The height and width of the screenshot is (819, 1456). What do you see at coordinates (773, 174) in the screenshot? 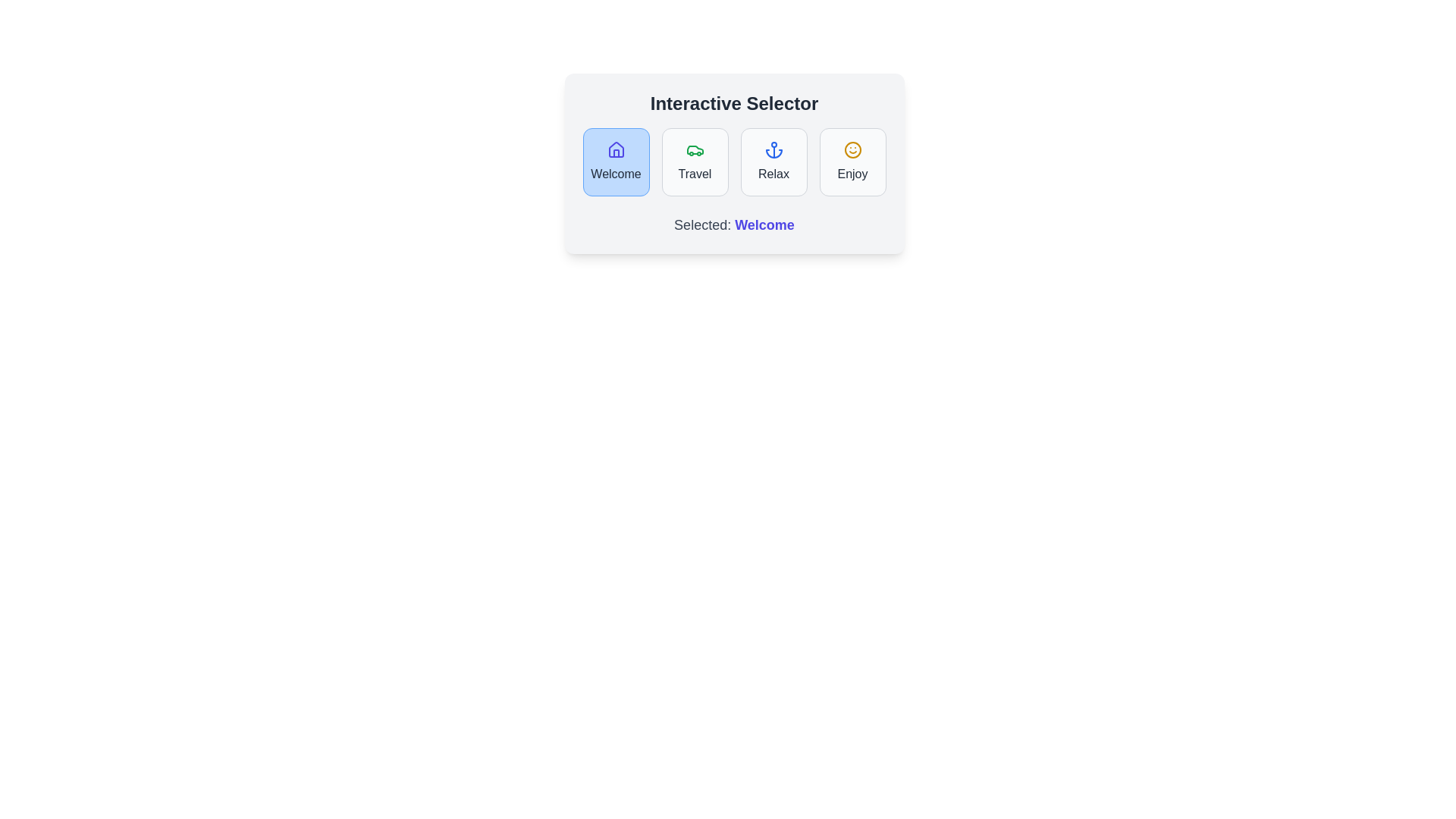
I see `the text label displaying 'Relax' in gray, located below the anchor icon in the third button from the left` at bounding box center [773, 174].